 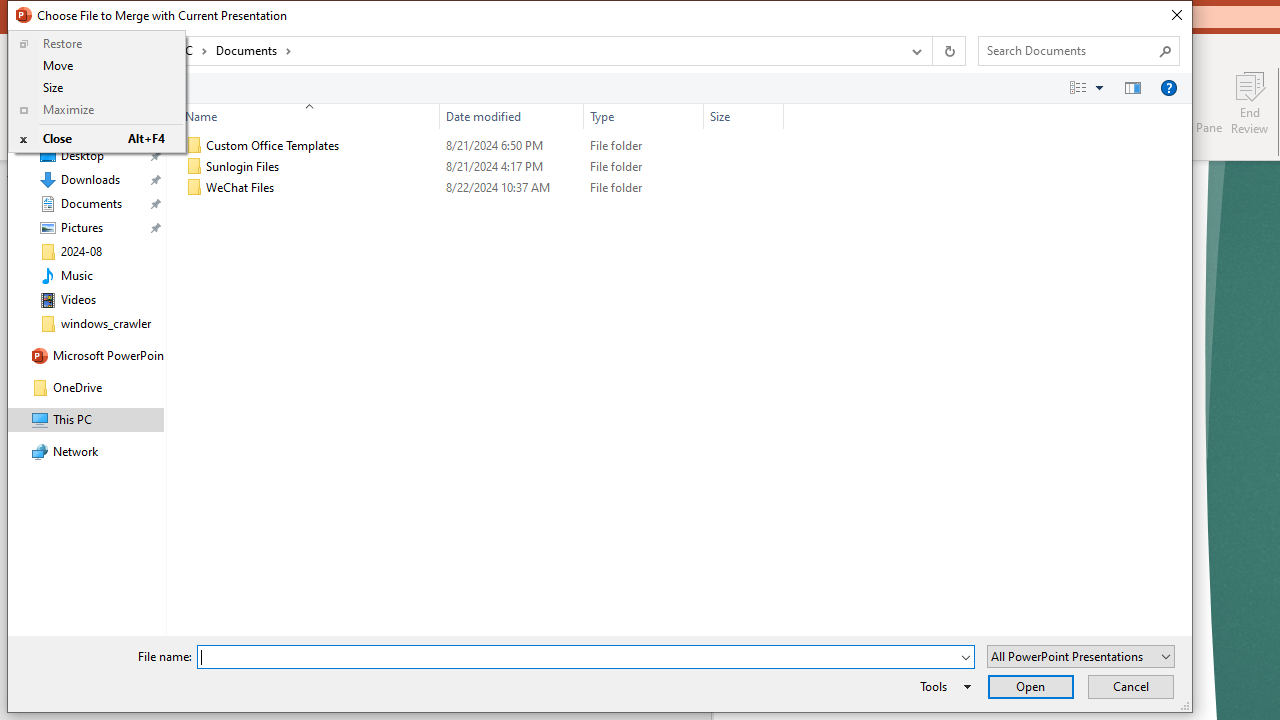 I want to click on 'Date modified', so click(x=512, y=116).